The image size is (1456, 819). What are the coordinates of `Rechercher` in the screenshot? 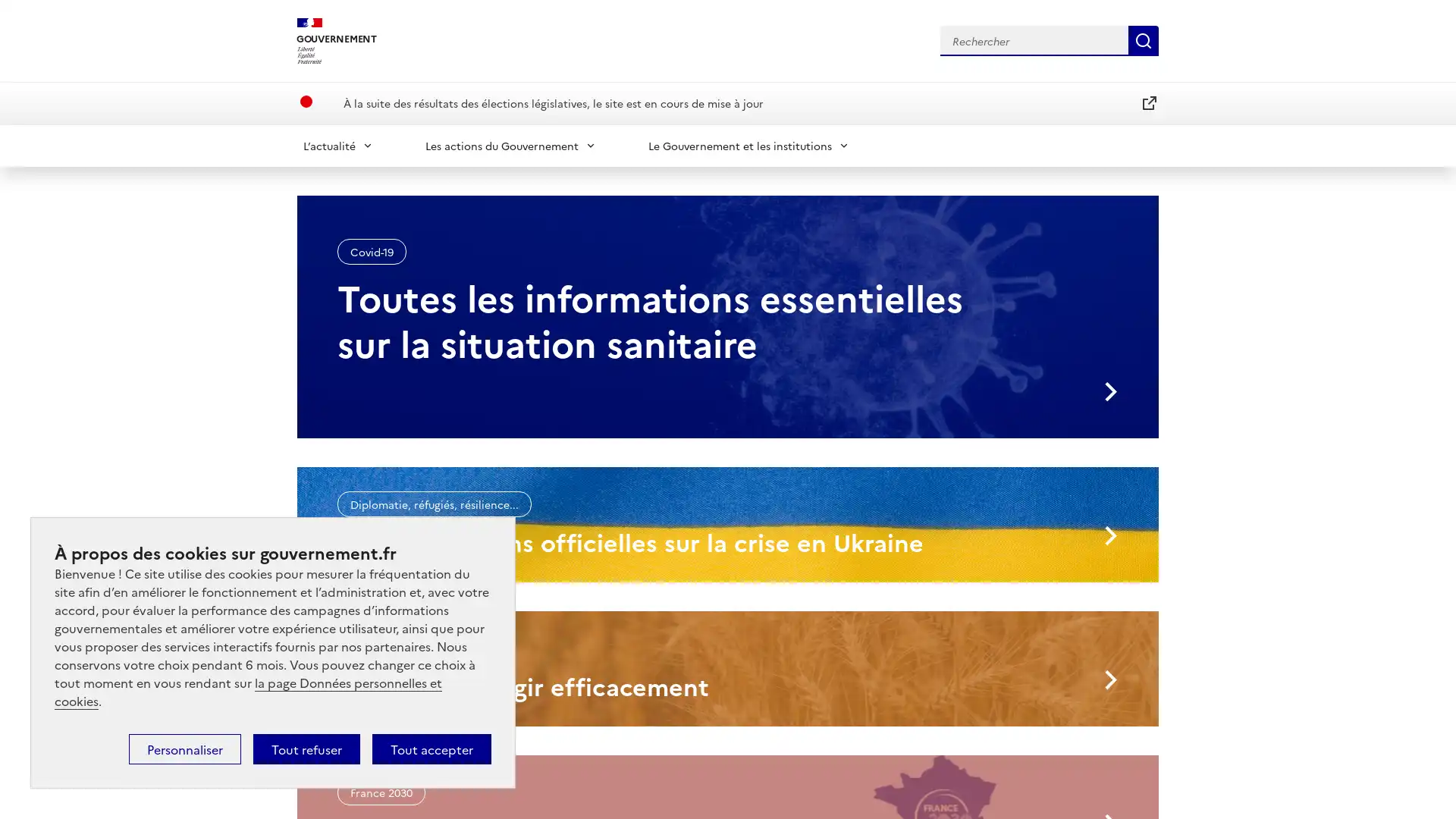 It's located at (1143, 39).